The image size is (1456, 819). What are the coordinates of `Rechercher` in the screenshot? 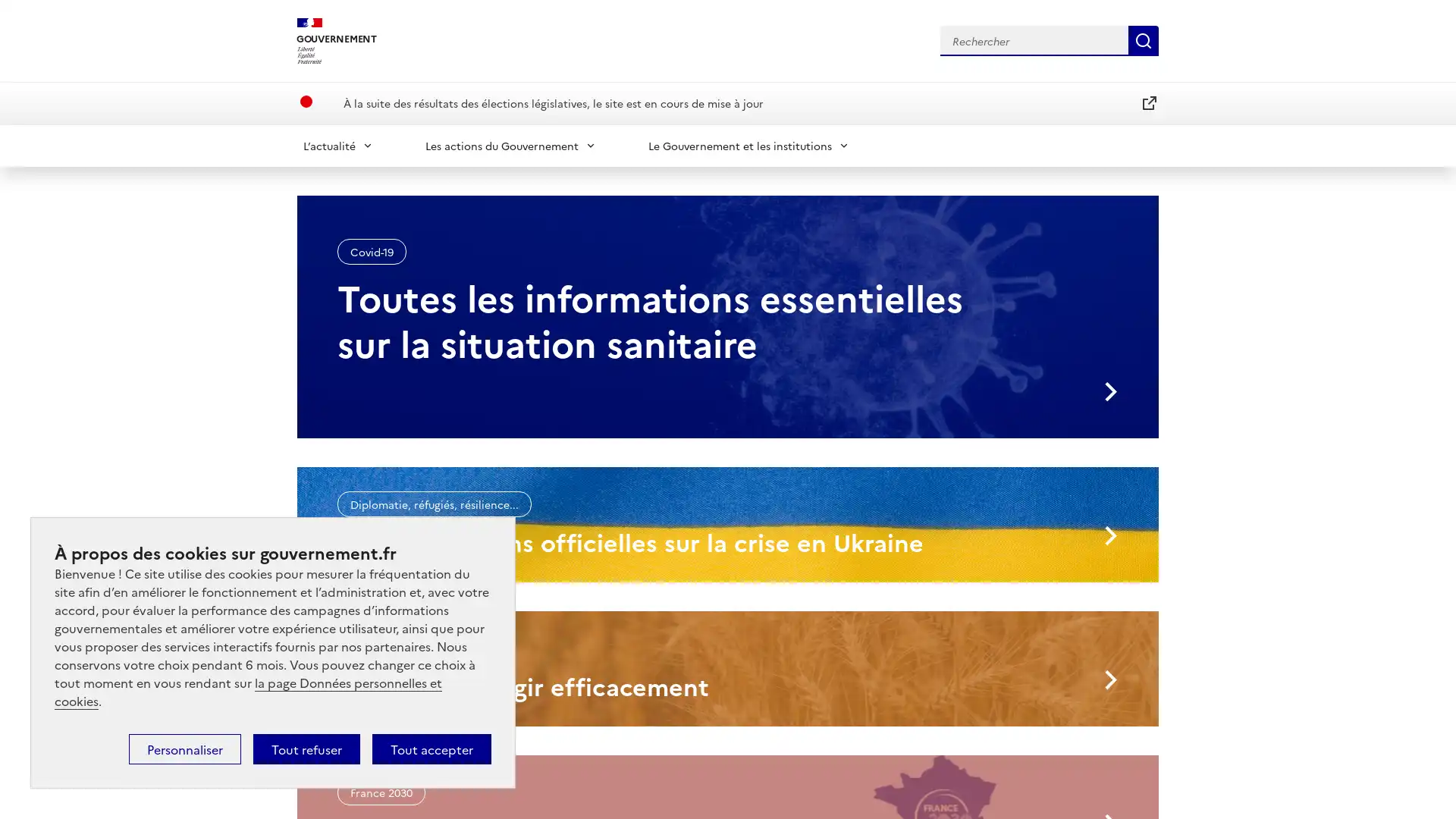 It's located at (1143, 39).